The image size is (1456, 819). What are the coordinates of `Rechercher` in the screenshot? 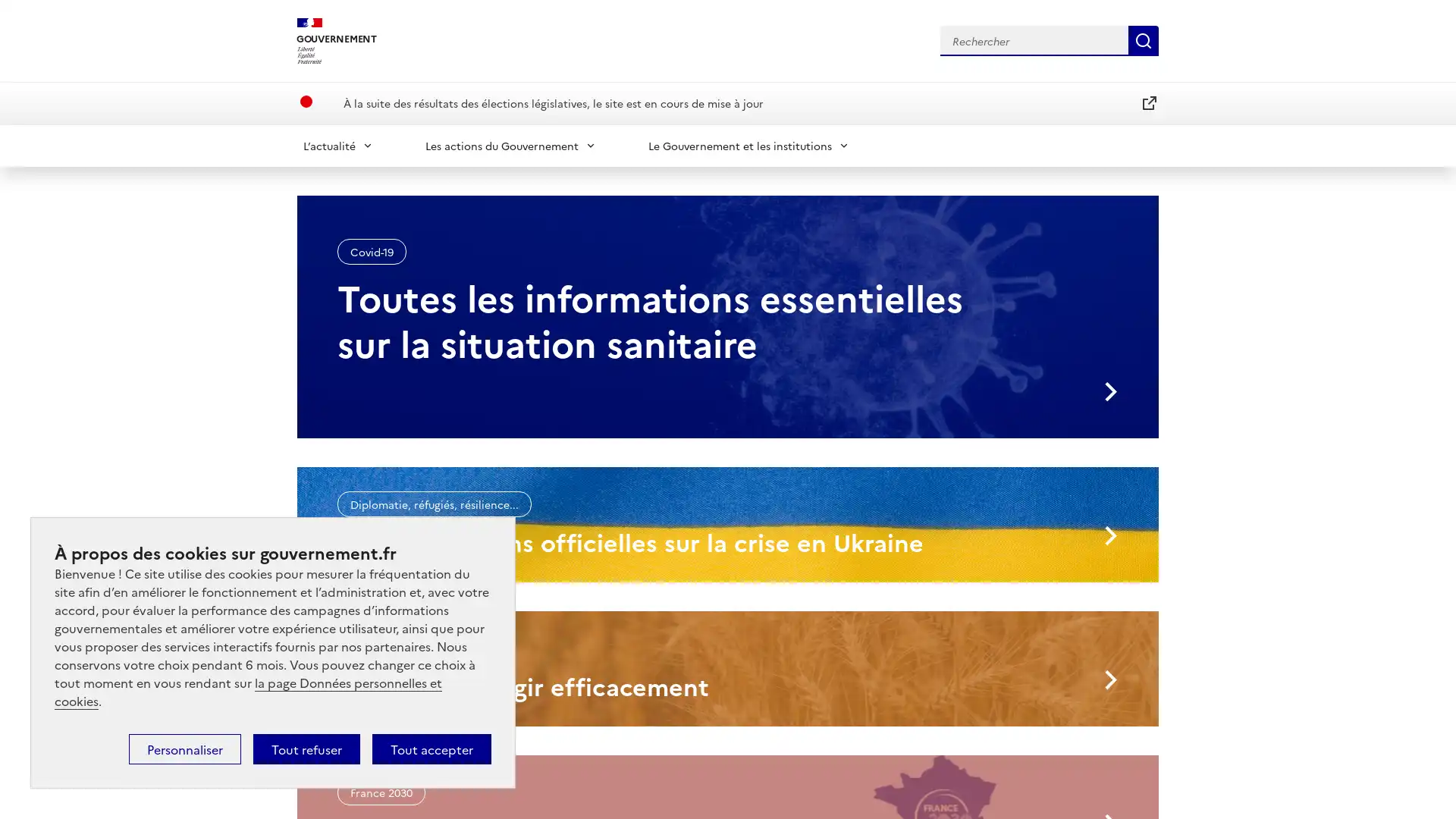 It's located at (1143, 39).